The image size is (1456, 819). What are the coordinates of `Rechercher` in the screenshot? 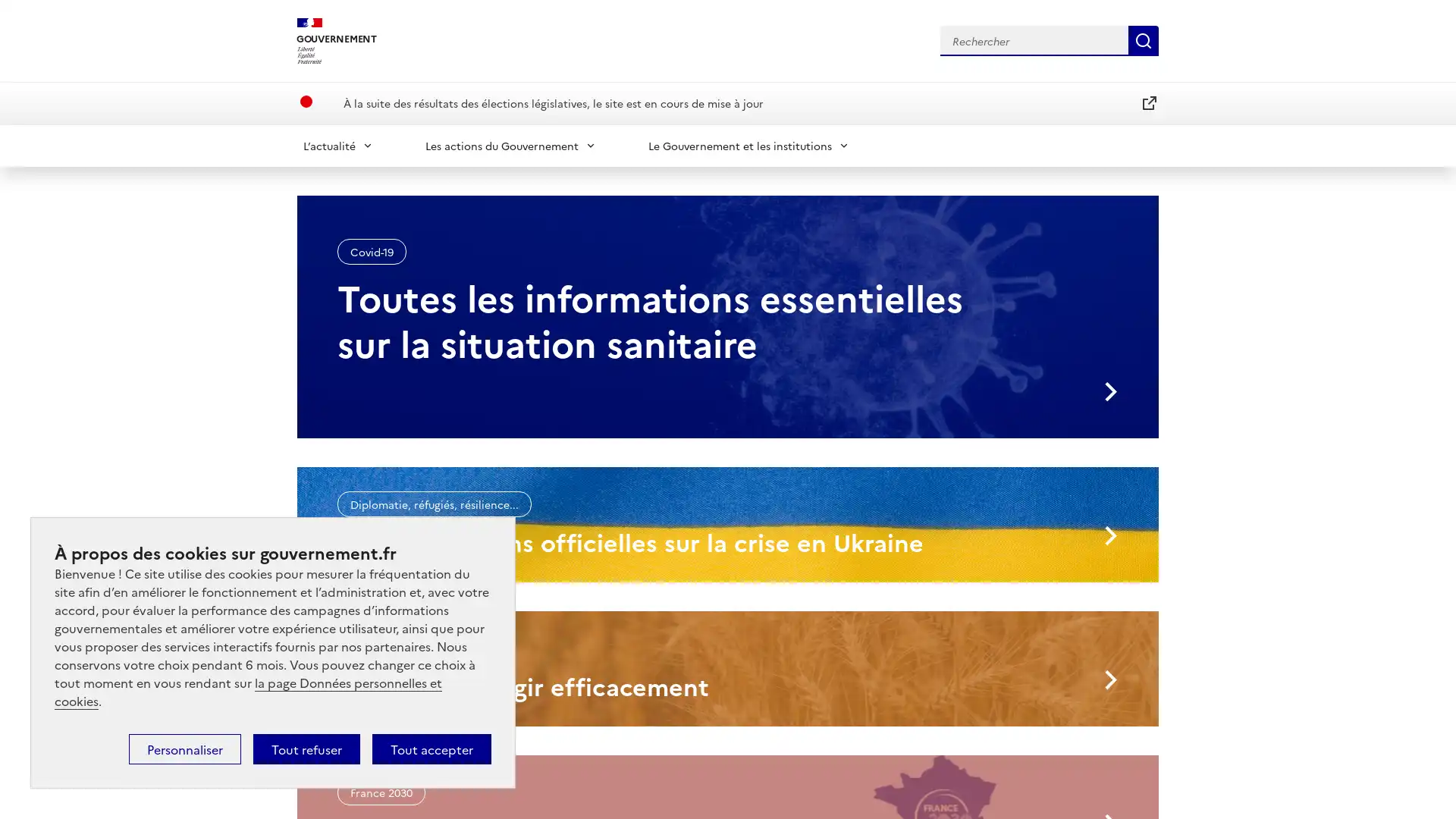 It's located at (1143, 39).